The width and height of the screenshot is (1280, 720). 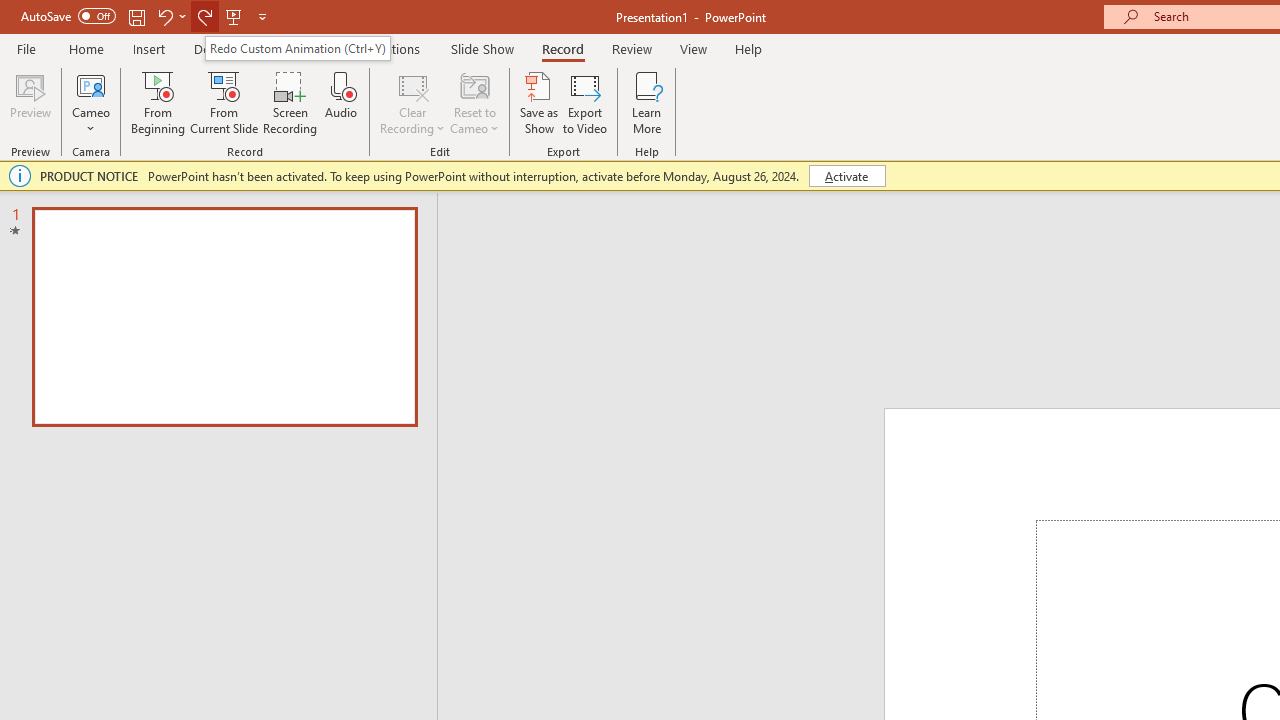 What do you see at coordinates (584, 103) in the screenshot?
I see `'Export to Video'` at bounding box center [584, 103].